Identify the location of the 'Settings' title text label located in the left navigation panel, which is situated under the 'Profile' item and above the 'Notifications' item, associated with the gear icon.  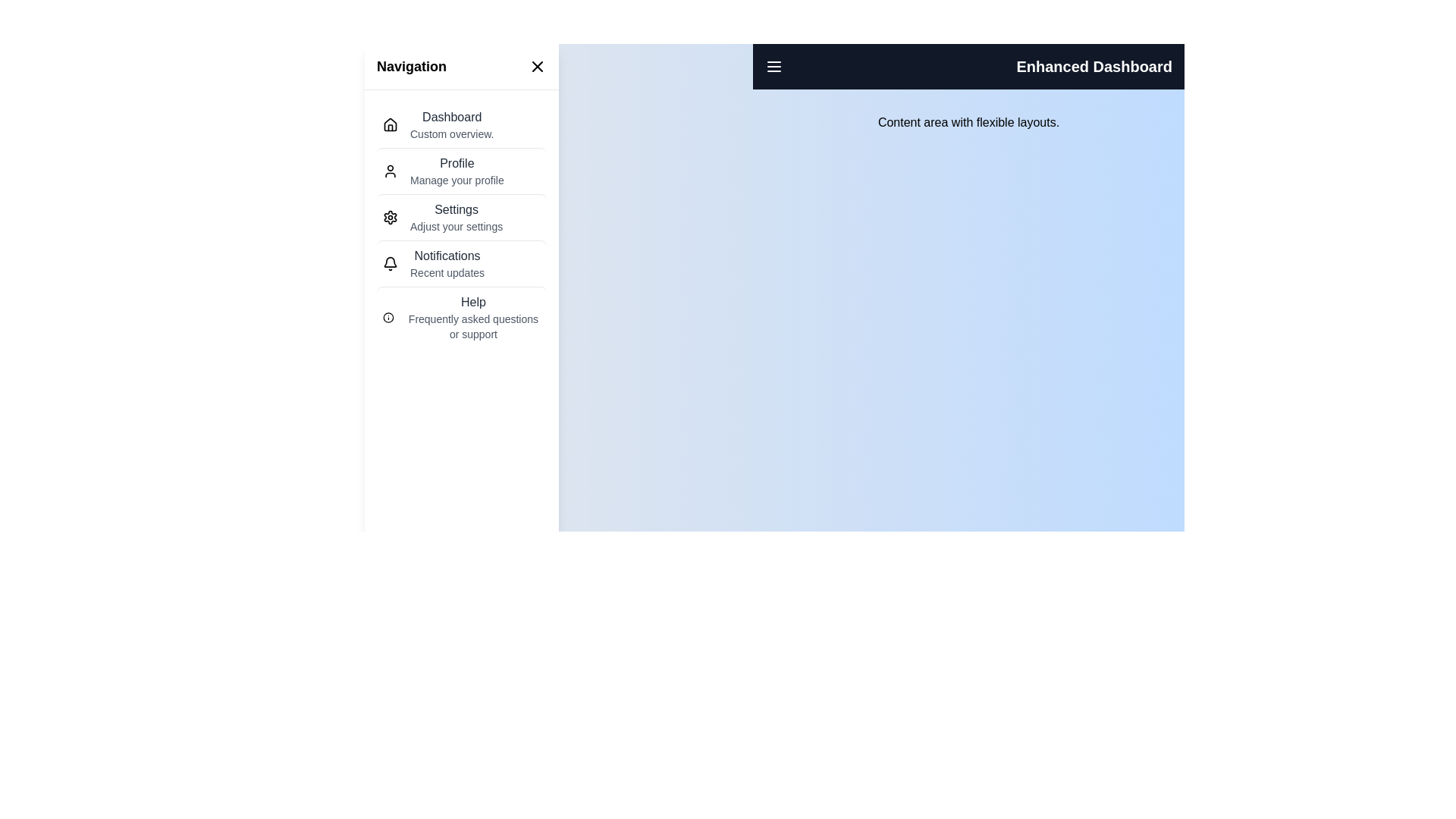
(456, 210).